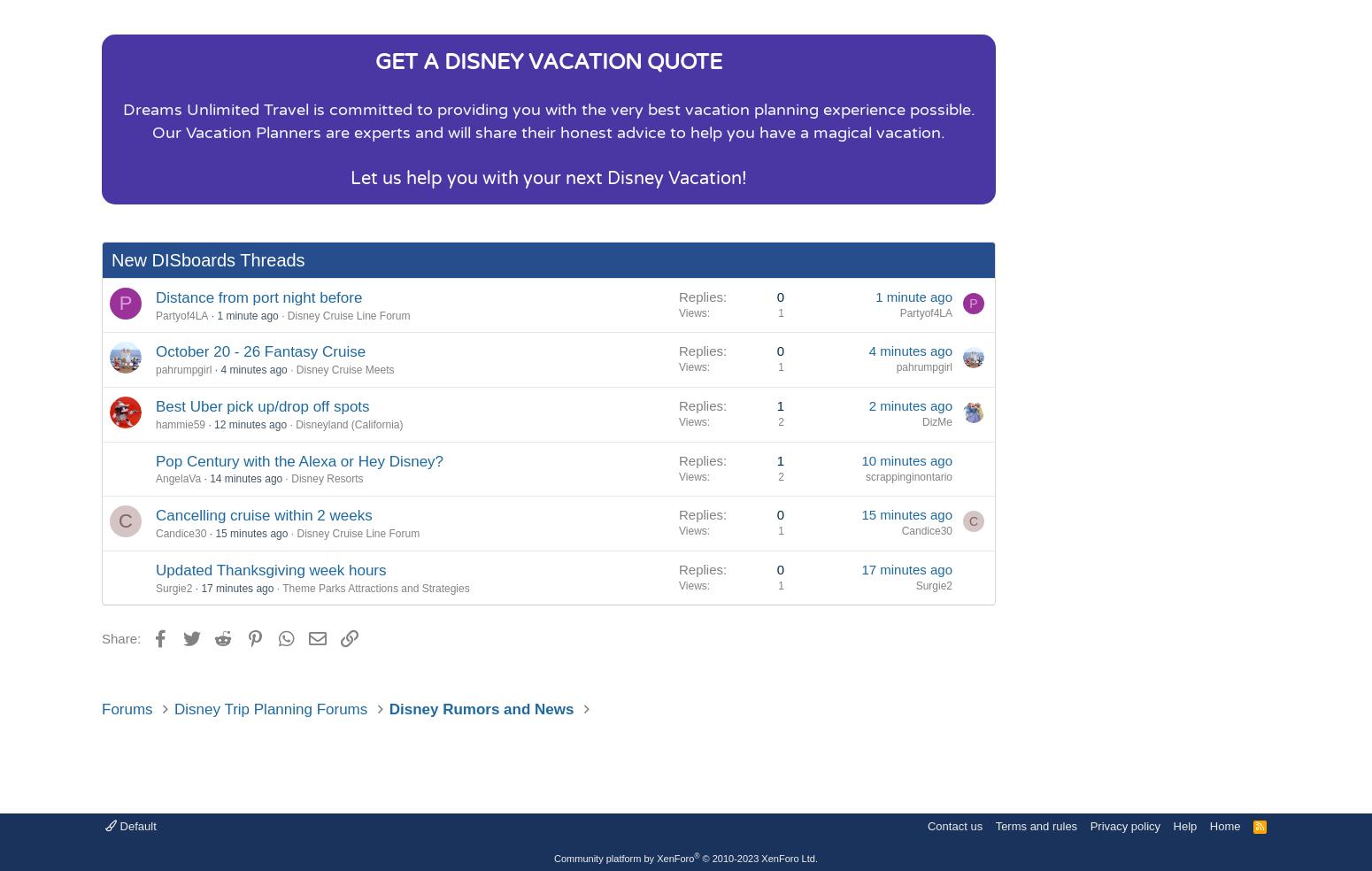 The image size is (1372, 871). What do you see at coordinates (102, 638) in the screenshot?
I see `'Share:'` at bounding box center [102, 638].